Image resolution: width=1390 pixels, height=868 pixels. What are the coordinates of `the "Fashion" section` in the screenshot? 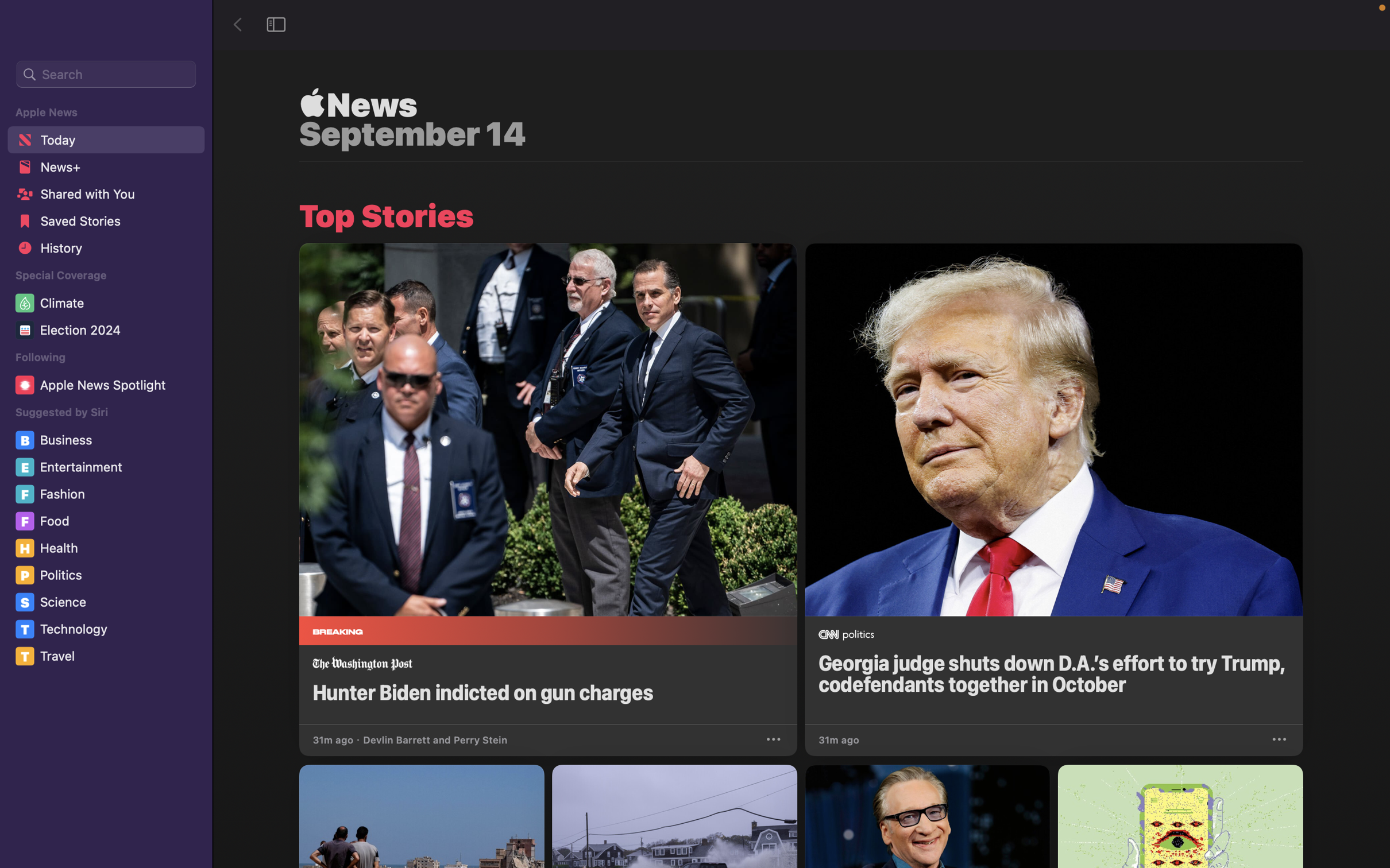 It's located at (107, 494).